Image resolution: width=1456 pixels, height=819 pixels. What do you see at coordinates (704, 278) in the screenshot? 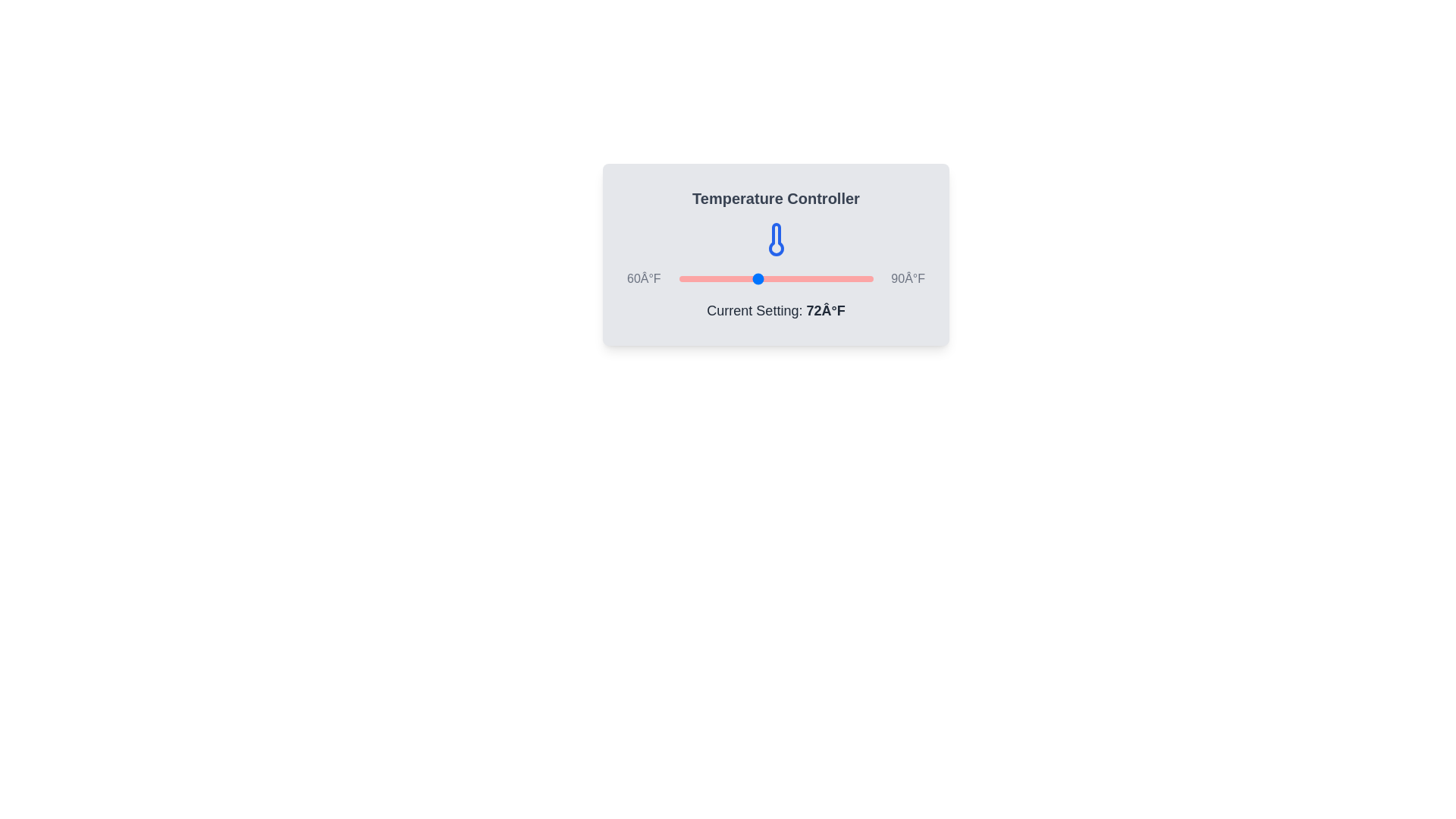
I see `the temperature slider to set the temperature to 64°F` at bounding box center [704, 278].